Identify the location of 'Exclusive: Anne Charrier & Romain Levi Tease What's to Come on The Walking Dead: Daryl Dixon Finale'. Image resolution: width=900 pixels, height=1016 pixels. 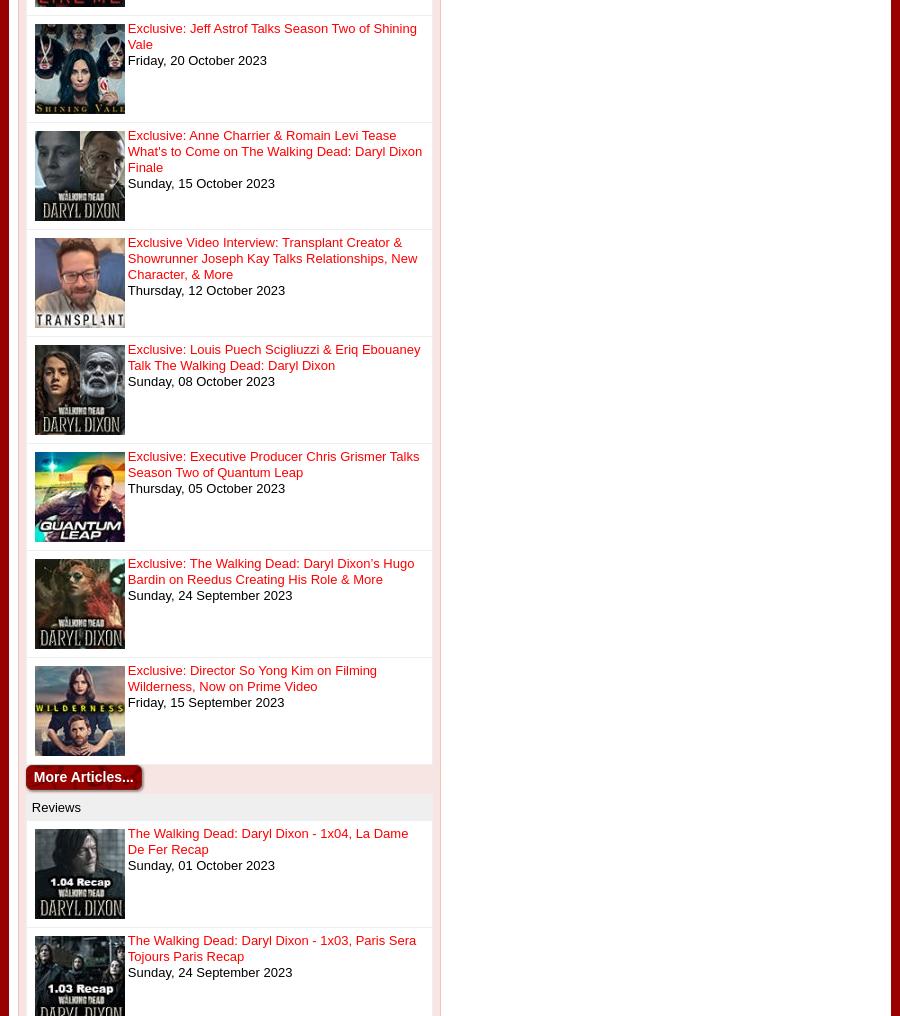
(126, 150).